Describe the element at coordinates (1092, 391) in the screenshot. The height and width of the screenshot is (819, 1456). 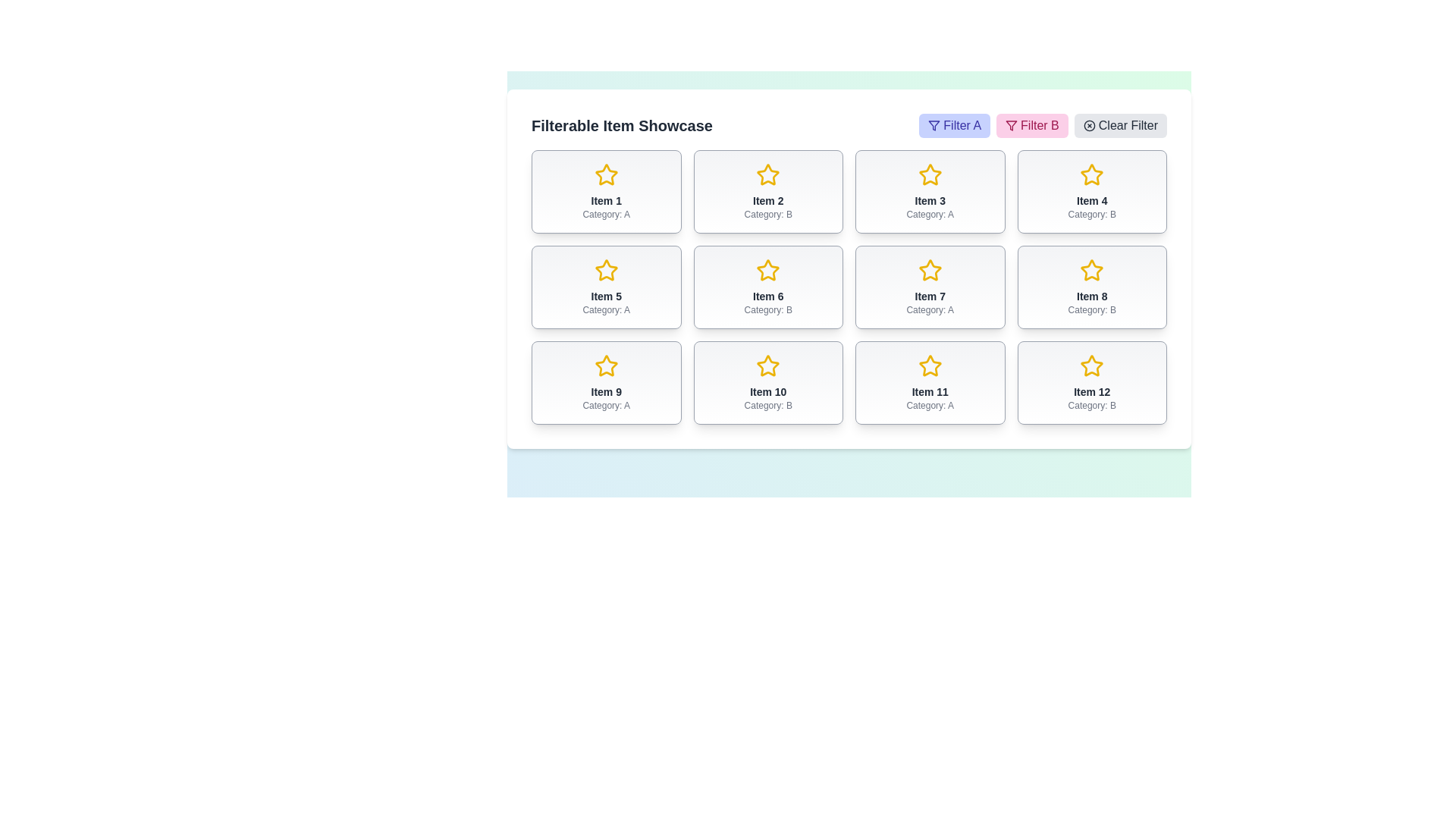
I see `the text label that identifies the associated item, positioned in the third row, fourth column of the grid layout, below a star icon and above the label 'Category: B'` at that location.